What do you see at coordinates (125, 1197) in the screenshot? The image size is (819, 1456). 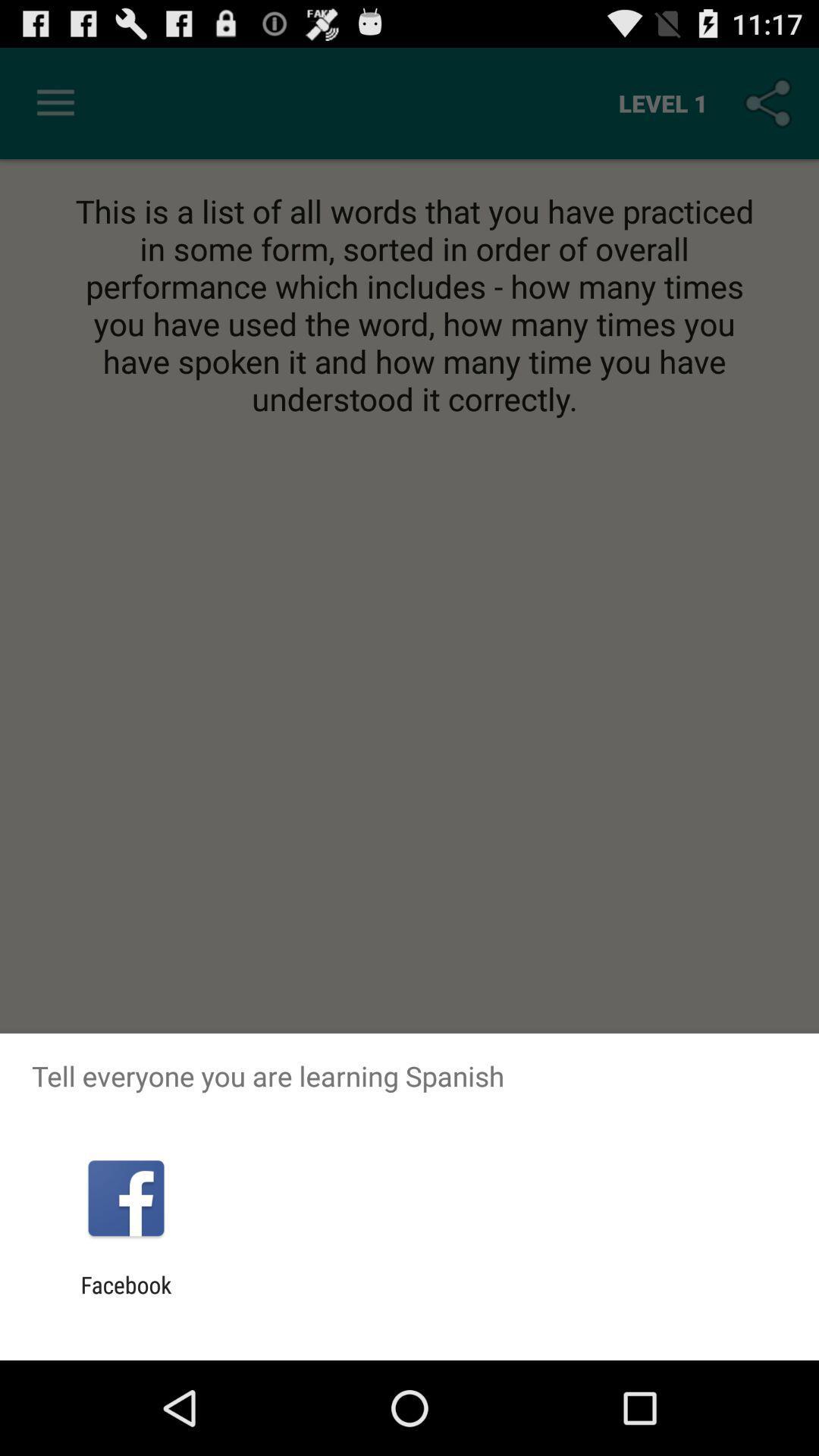 I see `the item below tell everyone you` at bounding box center [125, 1197].